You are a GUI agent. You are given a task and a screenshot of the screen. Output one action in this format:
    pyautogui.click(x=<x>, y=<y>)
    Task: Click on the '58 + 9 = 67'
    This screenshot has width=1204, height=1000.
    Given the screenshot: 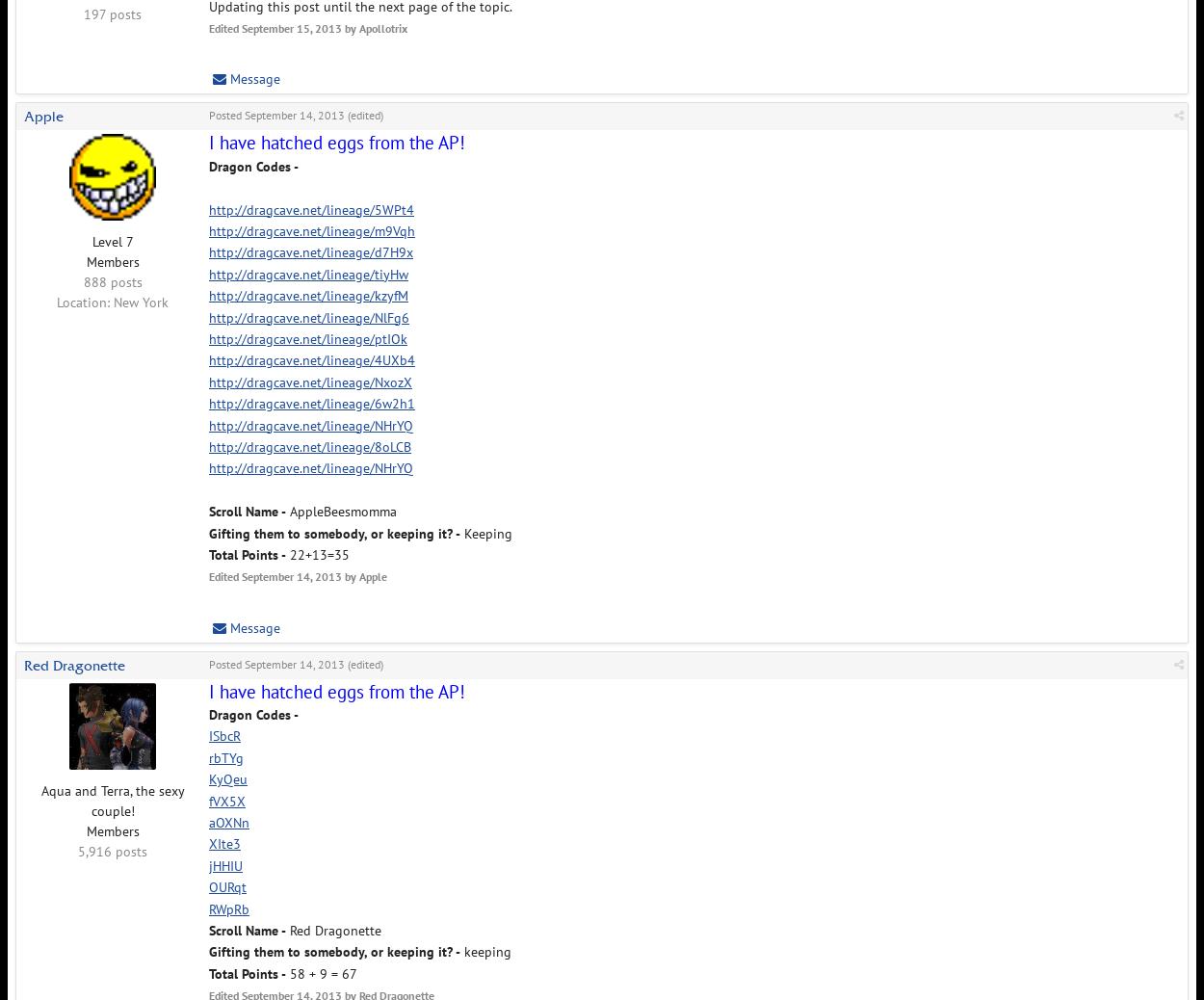 What is the action you would take?
    pyautogui.click(x=321, y=972)
    